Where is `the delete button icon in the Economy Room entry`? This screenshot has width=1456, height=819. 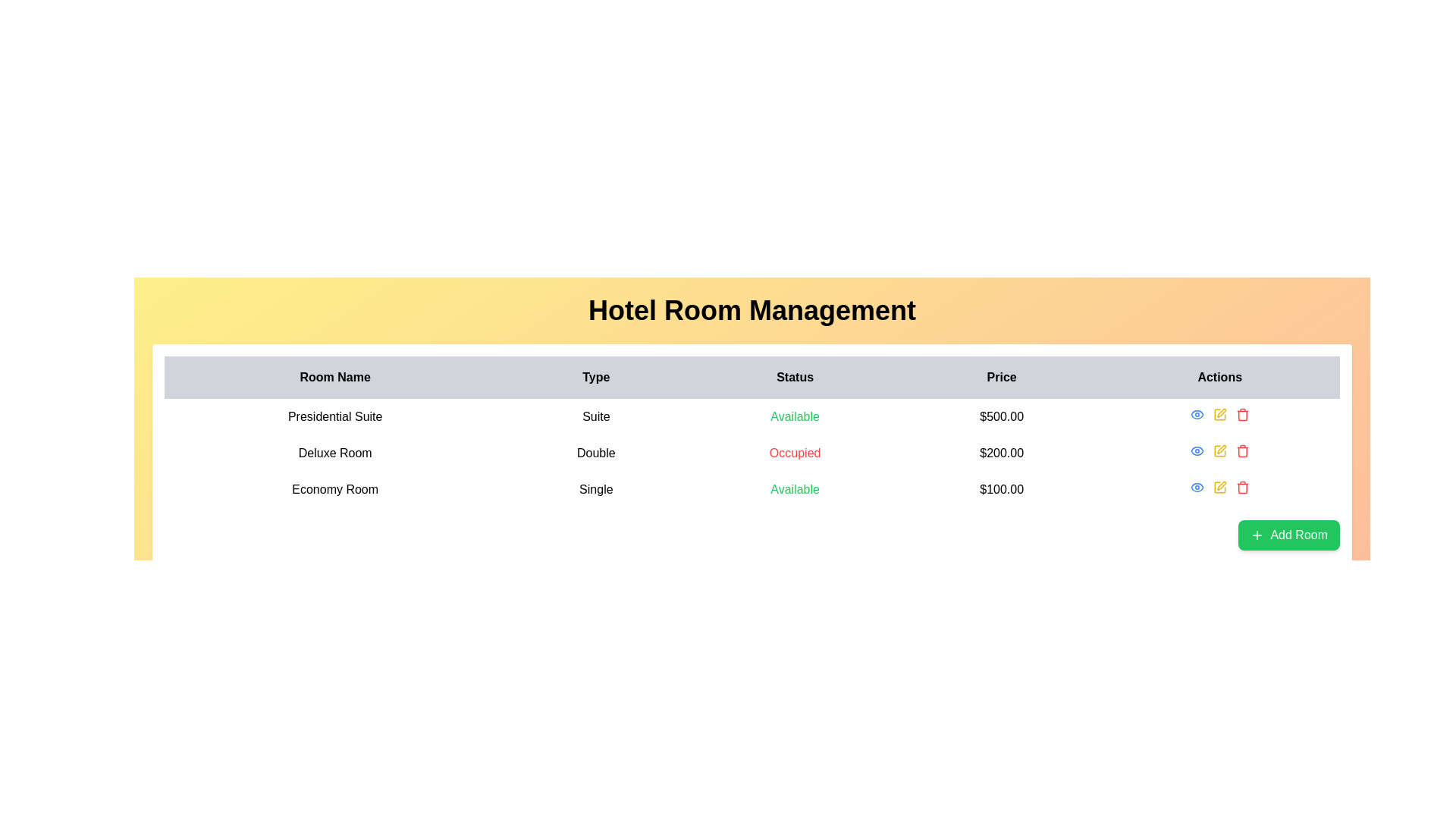 the delete button icon in the Economy Room entry is located at coordinates (1242, 488).